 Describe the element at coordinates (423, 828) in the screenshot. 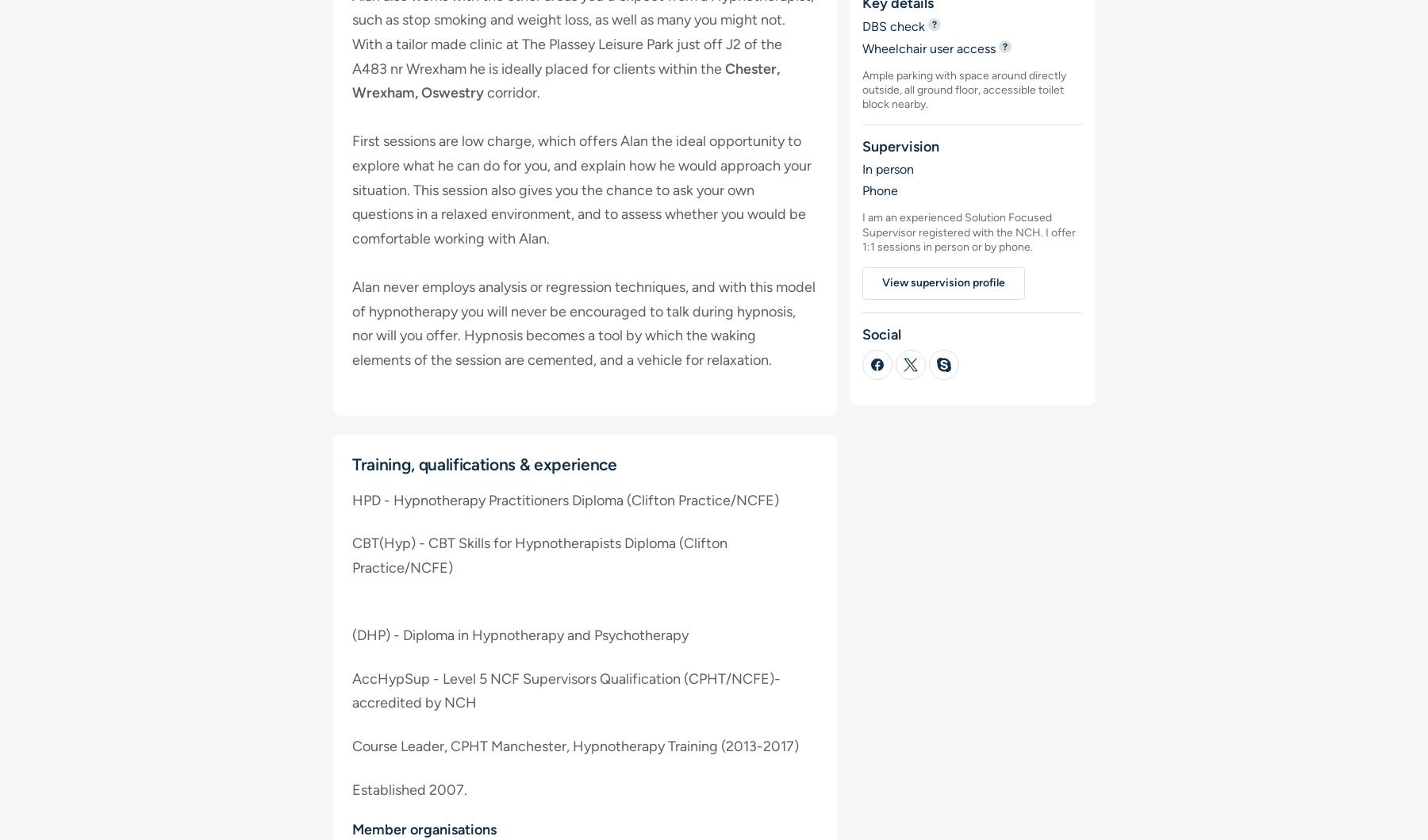

I see `'Member organisations'` at that location.